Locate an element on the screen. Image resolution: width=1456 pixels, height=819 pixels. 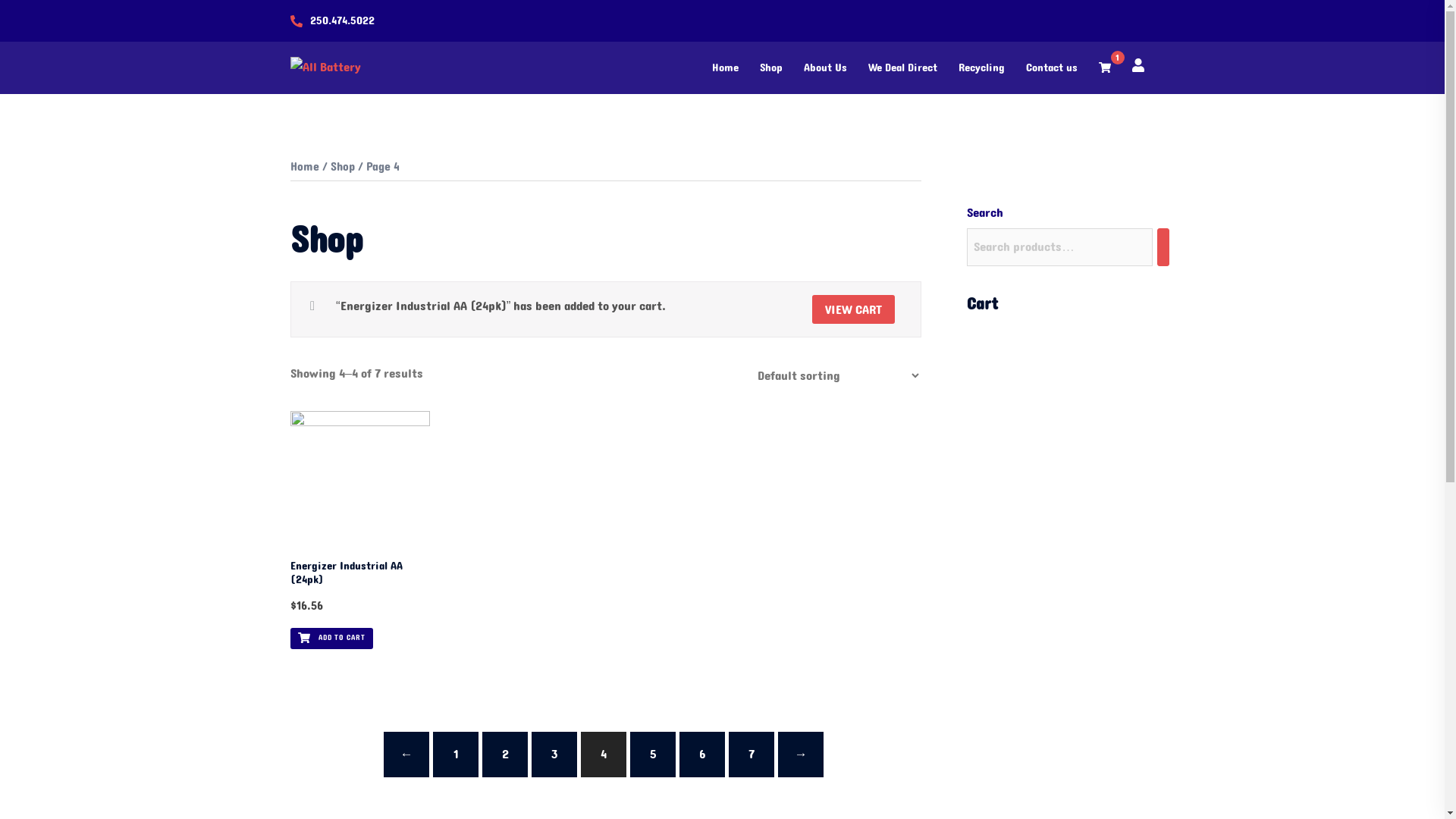
'Home' is located at coordinates (723, 67).